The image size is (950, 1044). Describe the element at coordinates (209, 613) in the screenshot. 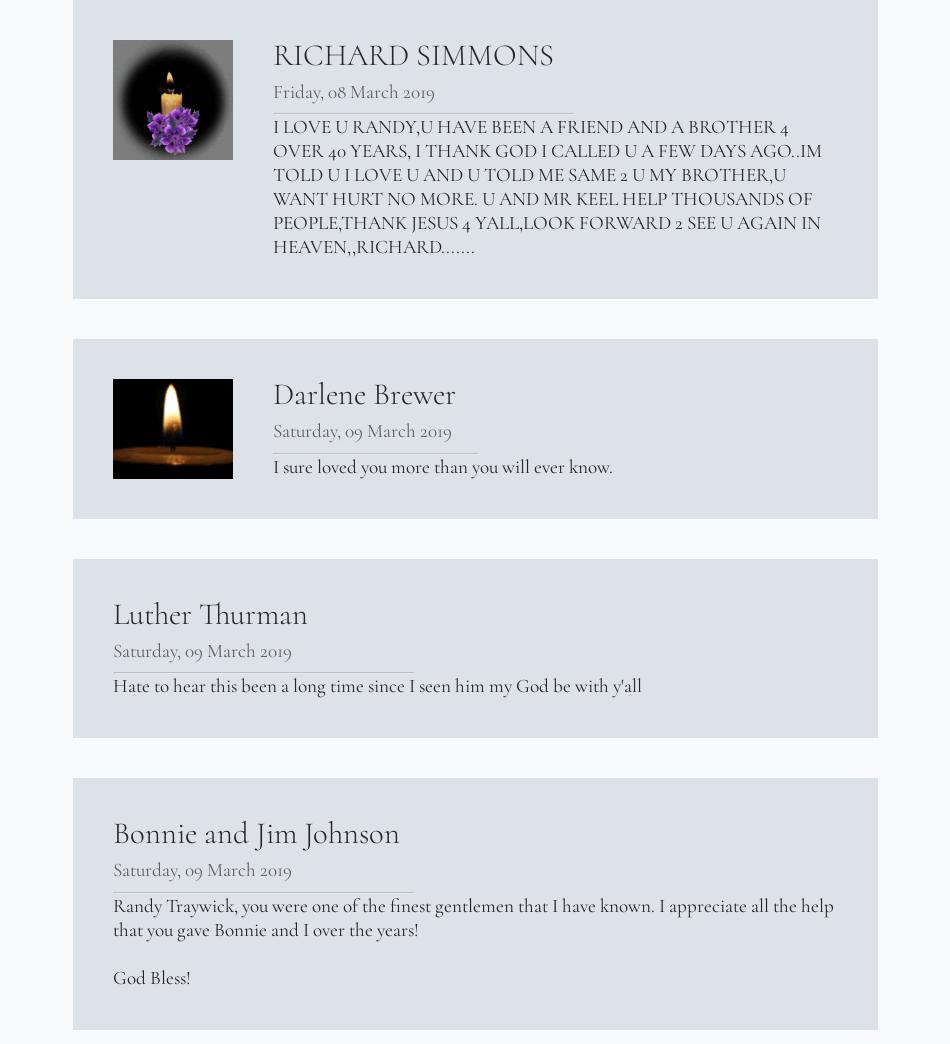

I see `'Luther Thurman'` at that location.